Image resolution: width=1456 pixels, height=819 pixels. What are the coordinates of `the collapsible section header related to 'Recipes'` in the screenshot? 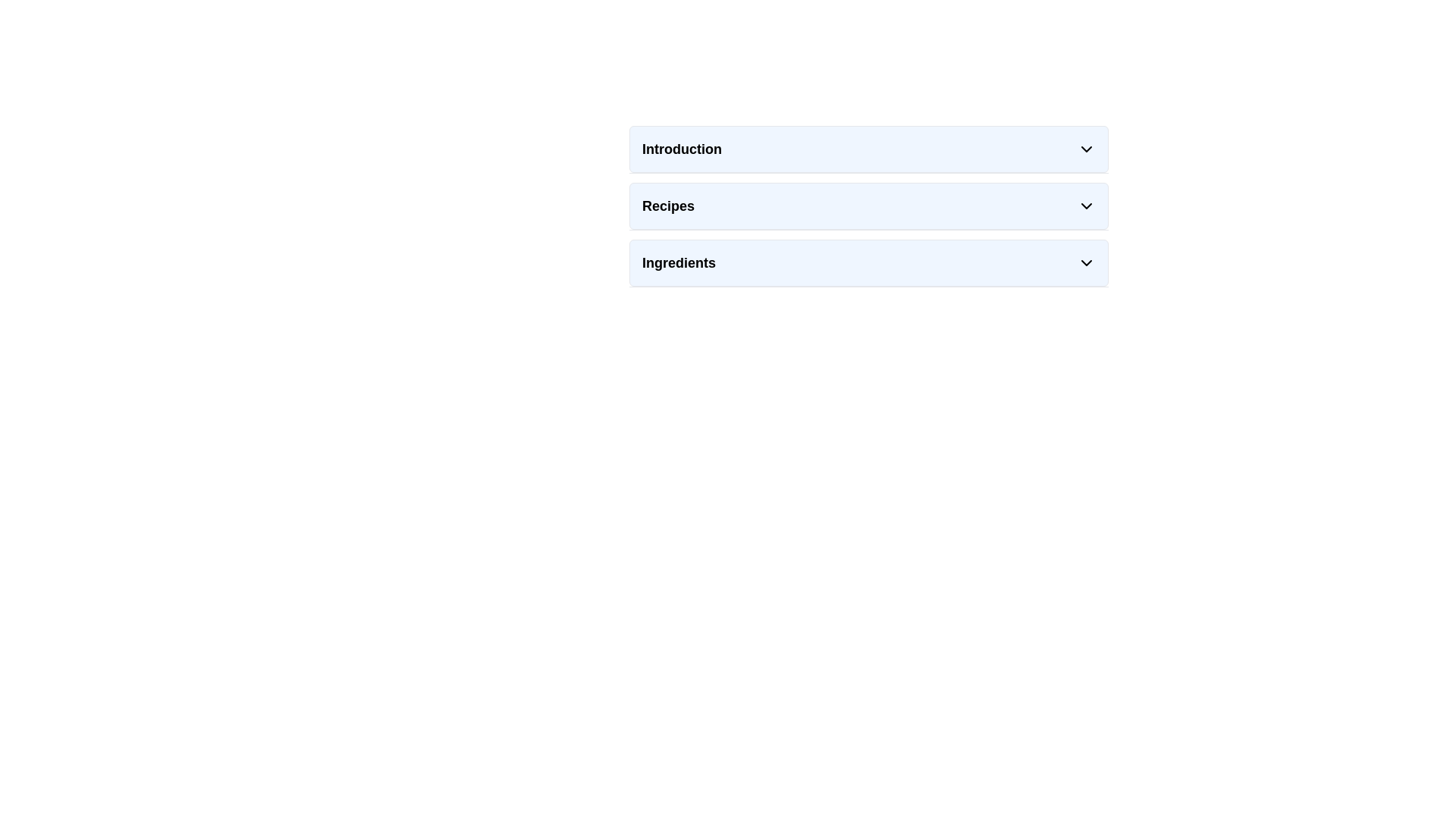 It's located at (869, 206).